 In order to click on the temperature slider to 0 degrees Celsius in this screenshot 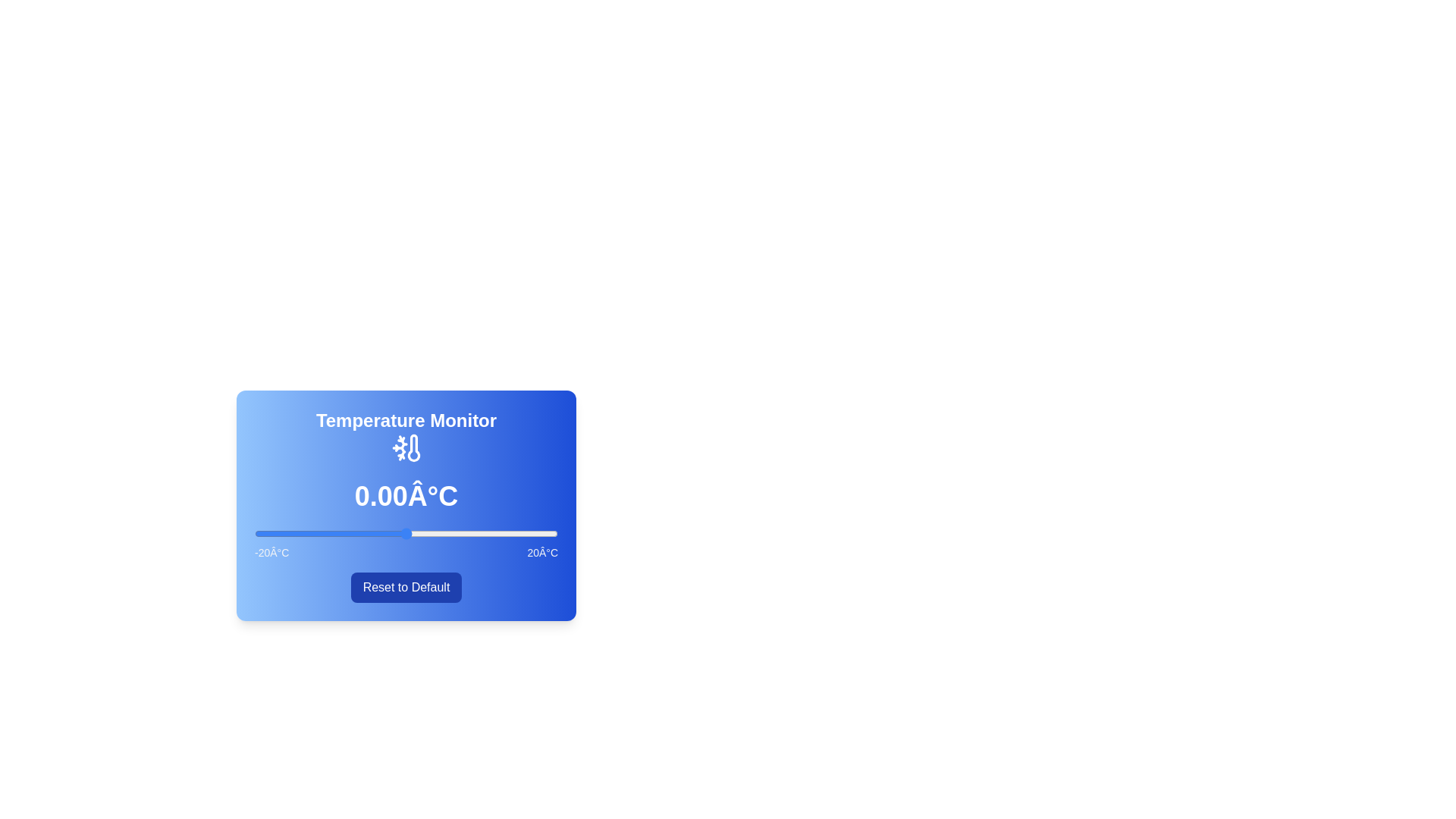, I will do `click(406, 533)`.